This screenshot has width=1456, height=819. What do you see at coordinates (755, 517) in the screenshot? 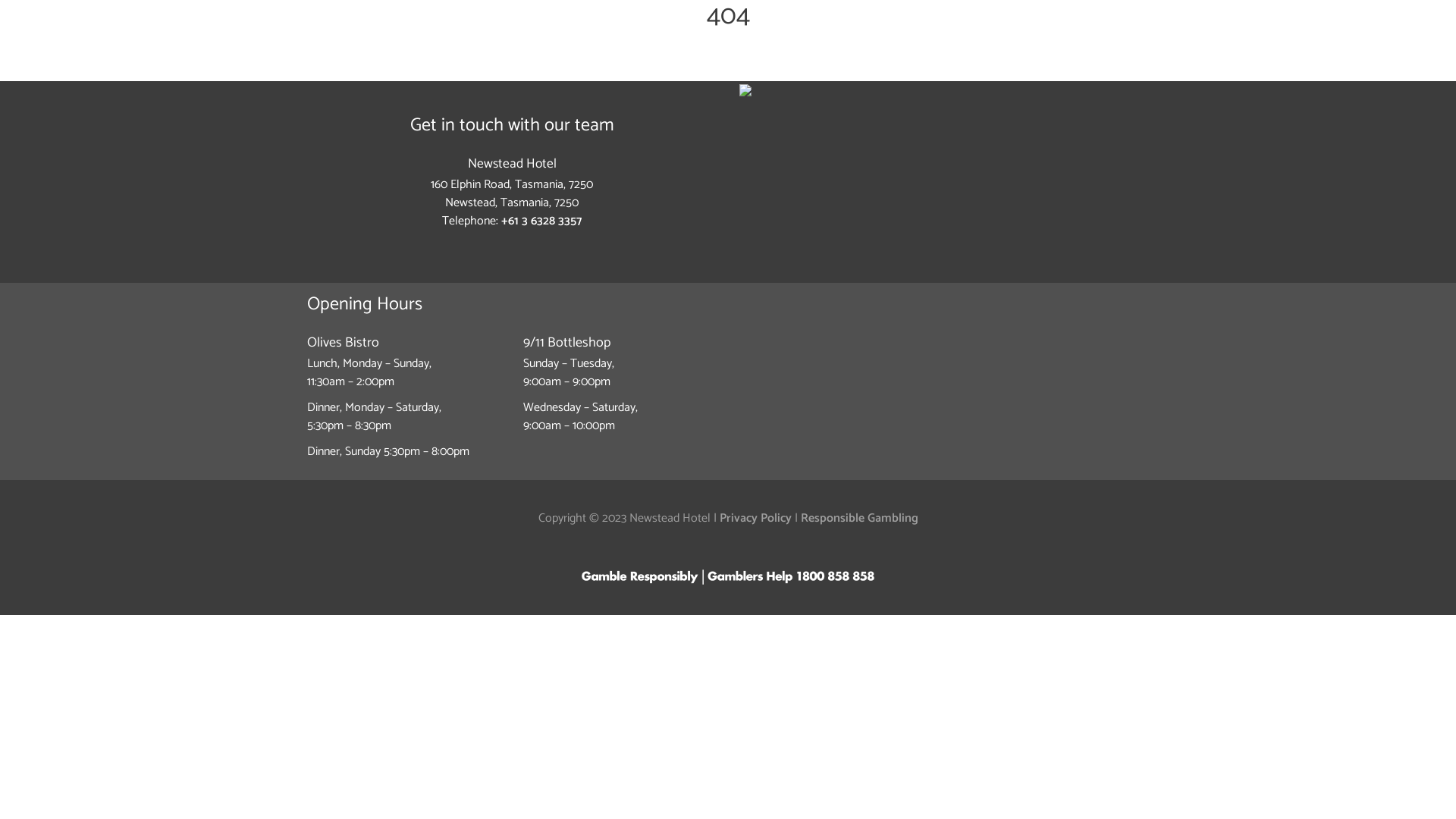
I see `'Privacy Policy'` at bounding box center [755, 517].